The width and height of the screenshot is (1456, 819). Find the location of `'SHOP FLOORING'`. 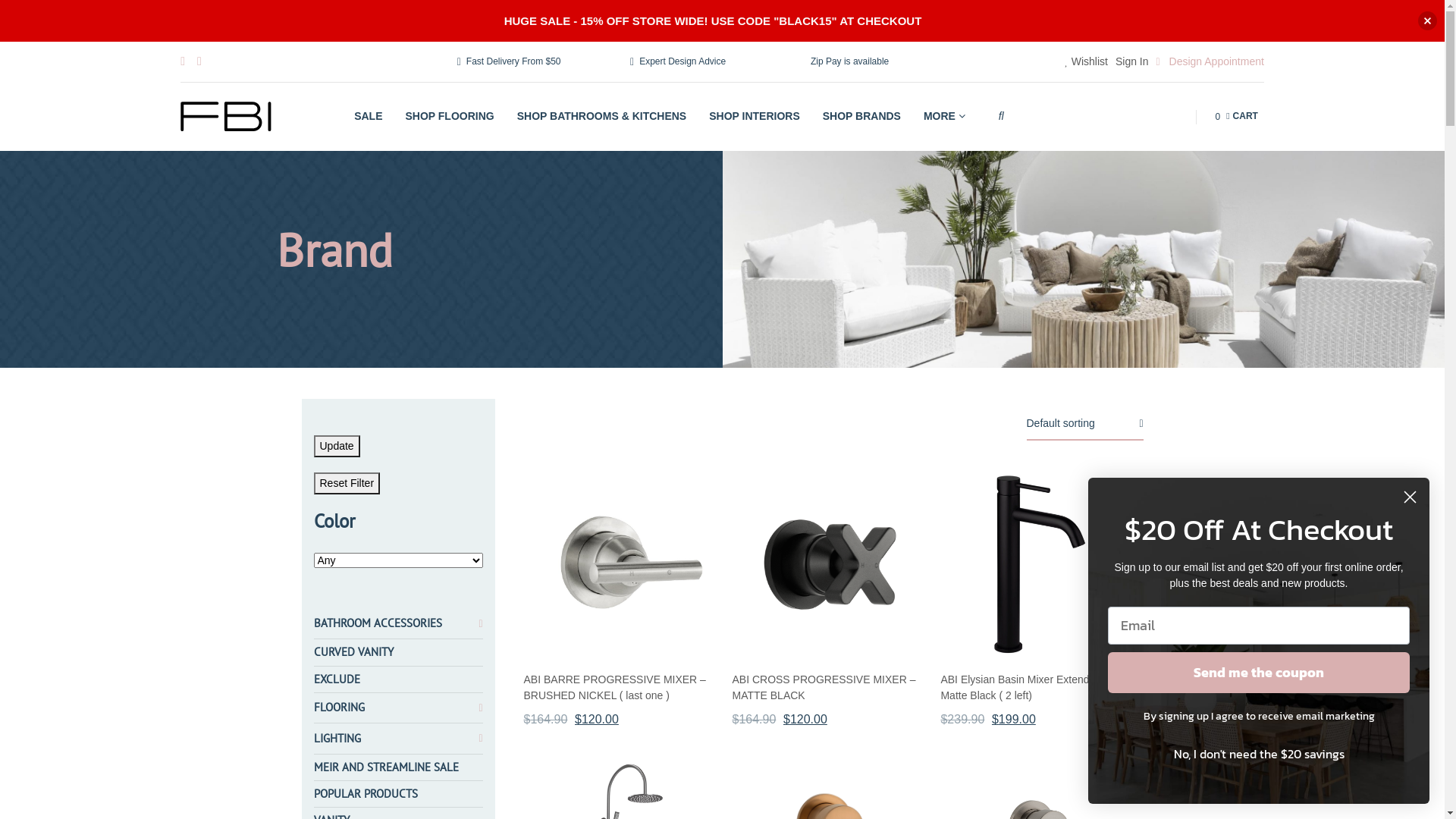

'SHOP FLOORING' is located at coordinates (449, 116).